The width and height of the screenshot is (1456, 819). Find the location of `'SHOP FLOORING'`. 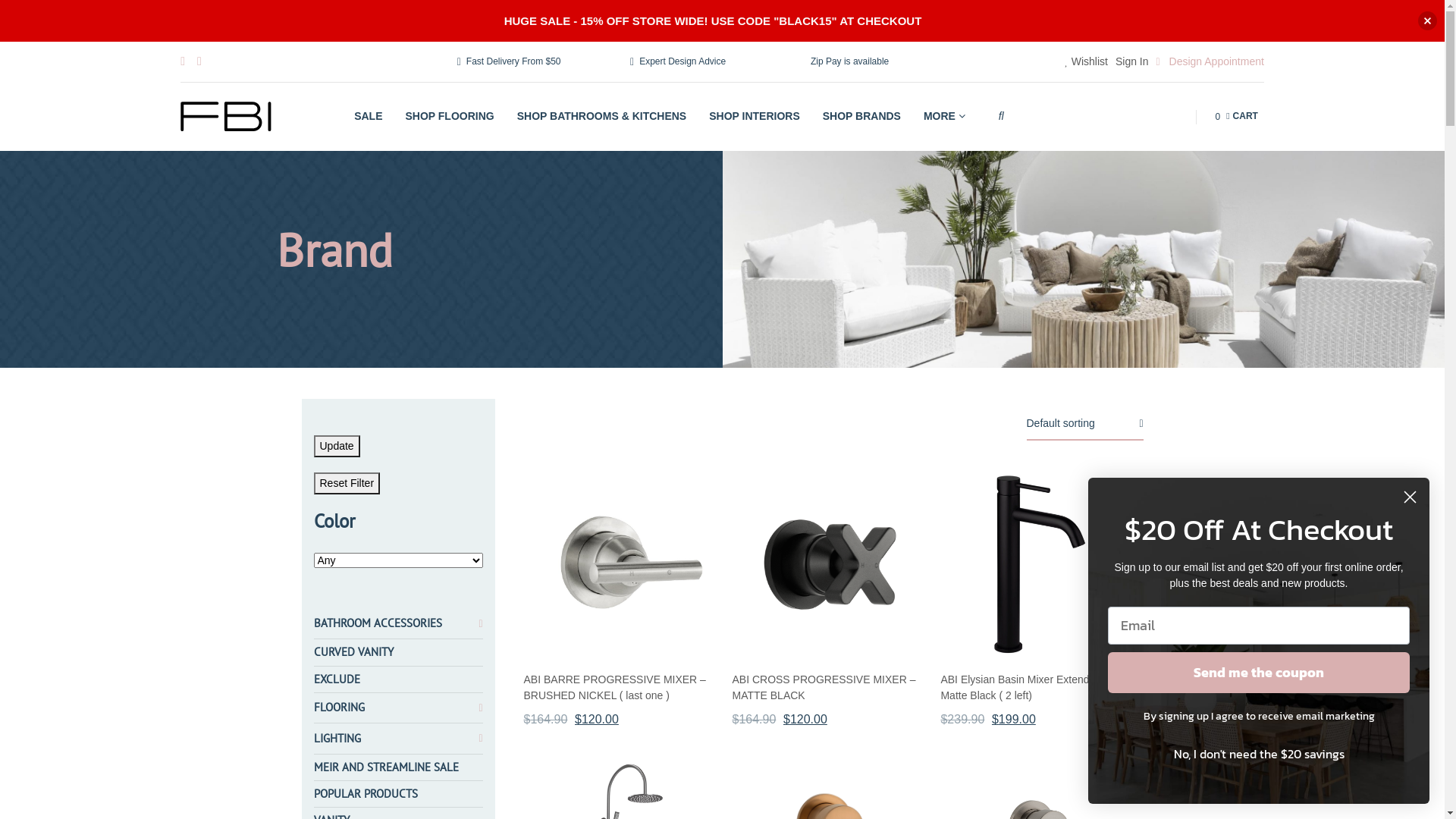

'SHOP FLOORING' is located at coordinates (449, 116).